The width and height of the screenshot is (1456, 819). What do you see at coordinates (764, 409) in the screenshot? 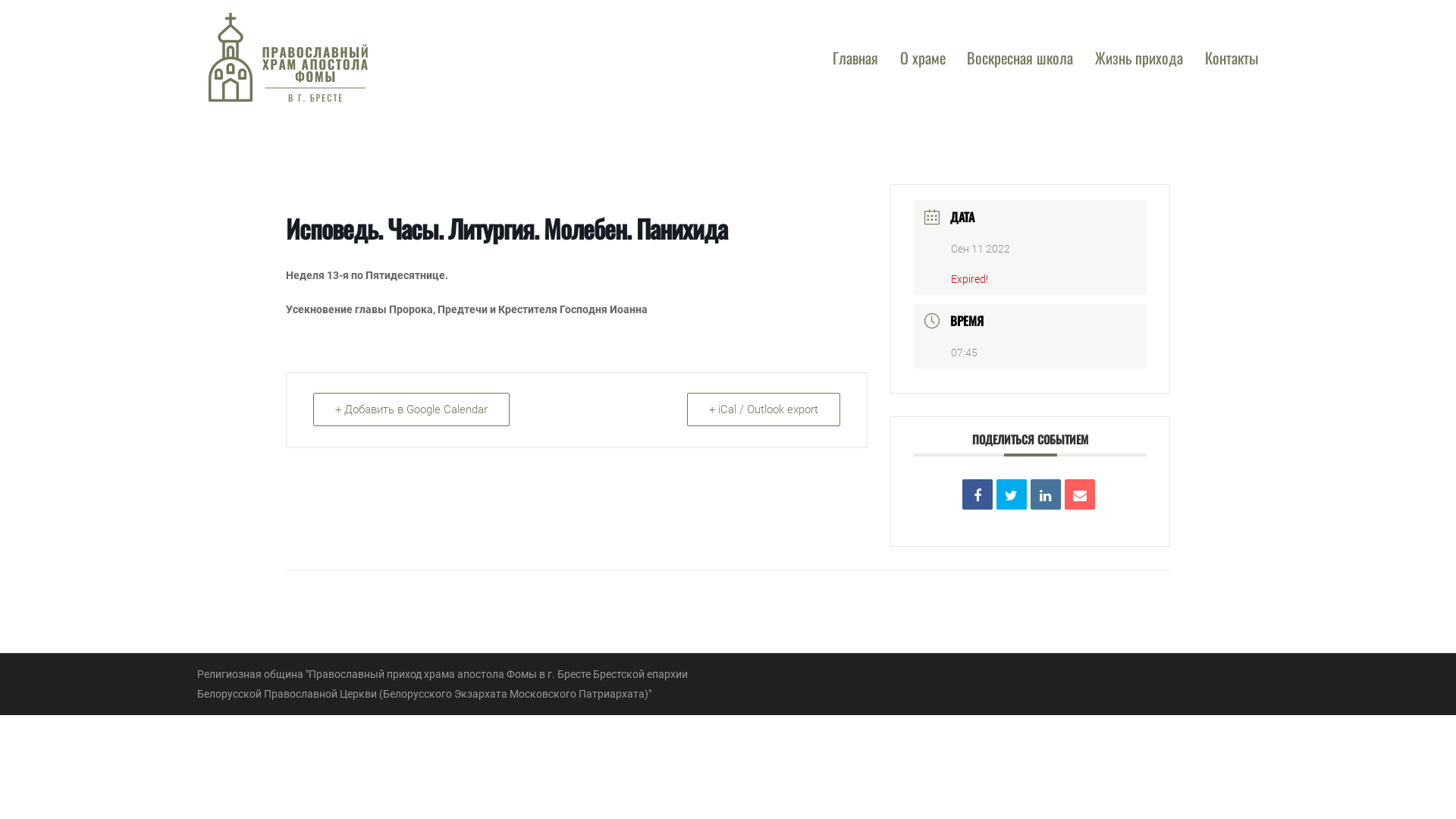
I see `'+ iCal / Outlook export'` at bounding box center [764, 409].